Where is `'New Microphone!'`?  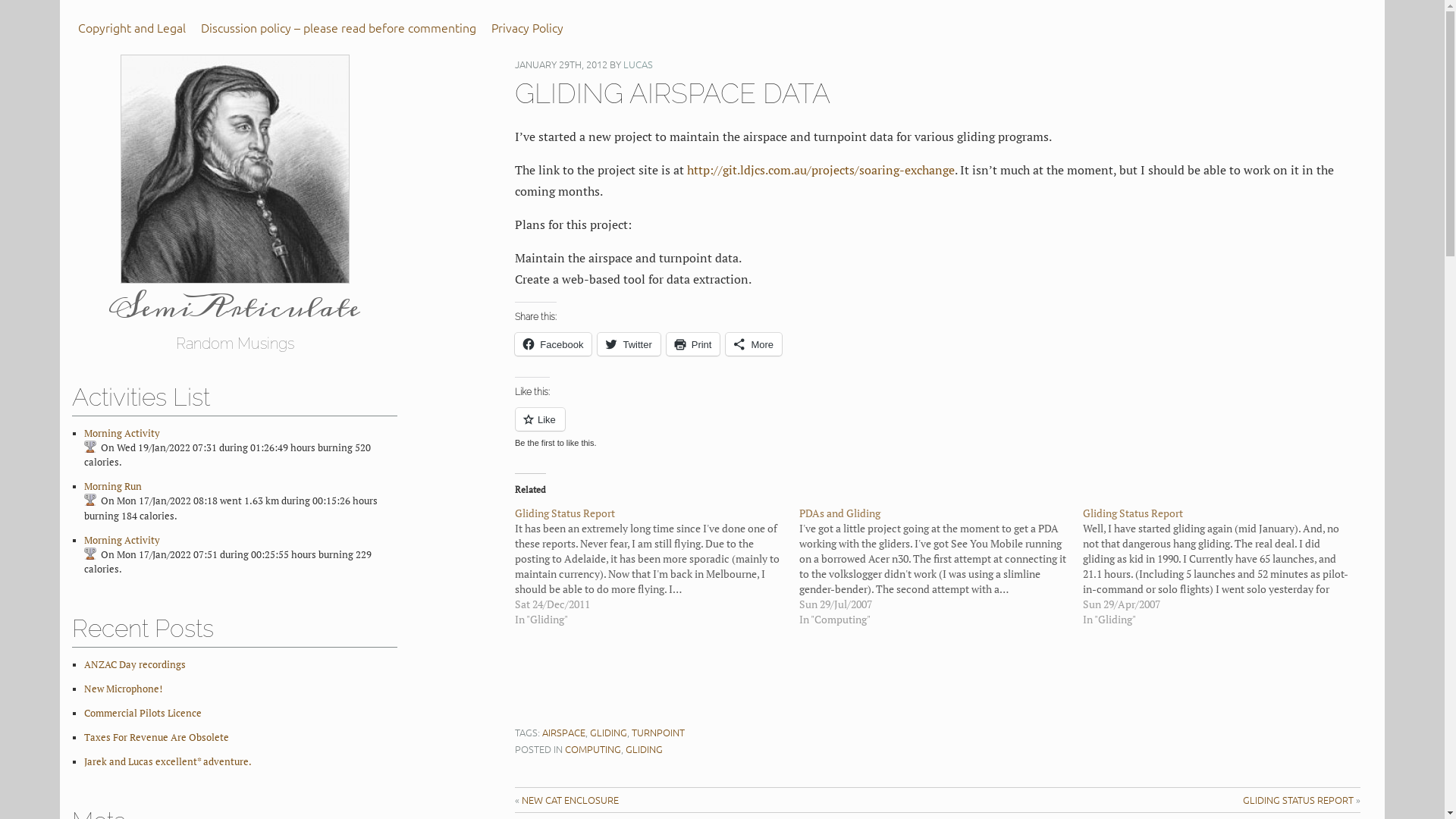
'New Microphone!' is located at coordinates (123, 689).